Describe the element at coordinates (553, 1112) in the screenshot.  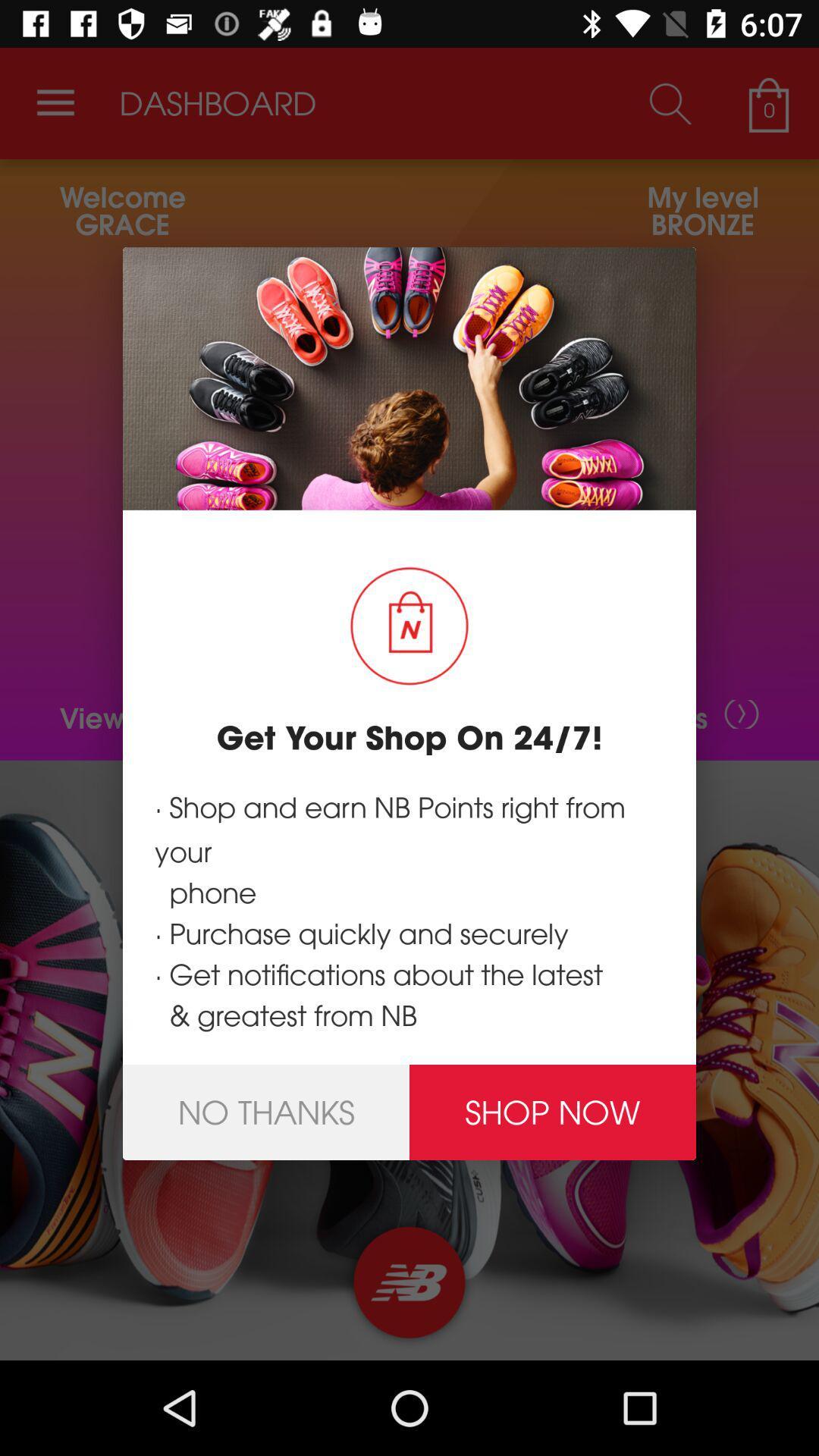
I see `the shop now` at that location.